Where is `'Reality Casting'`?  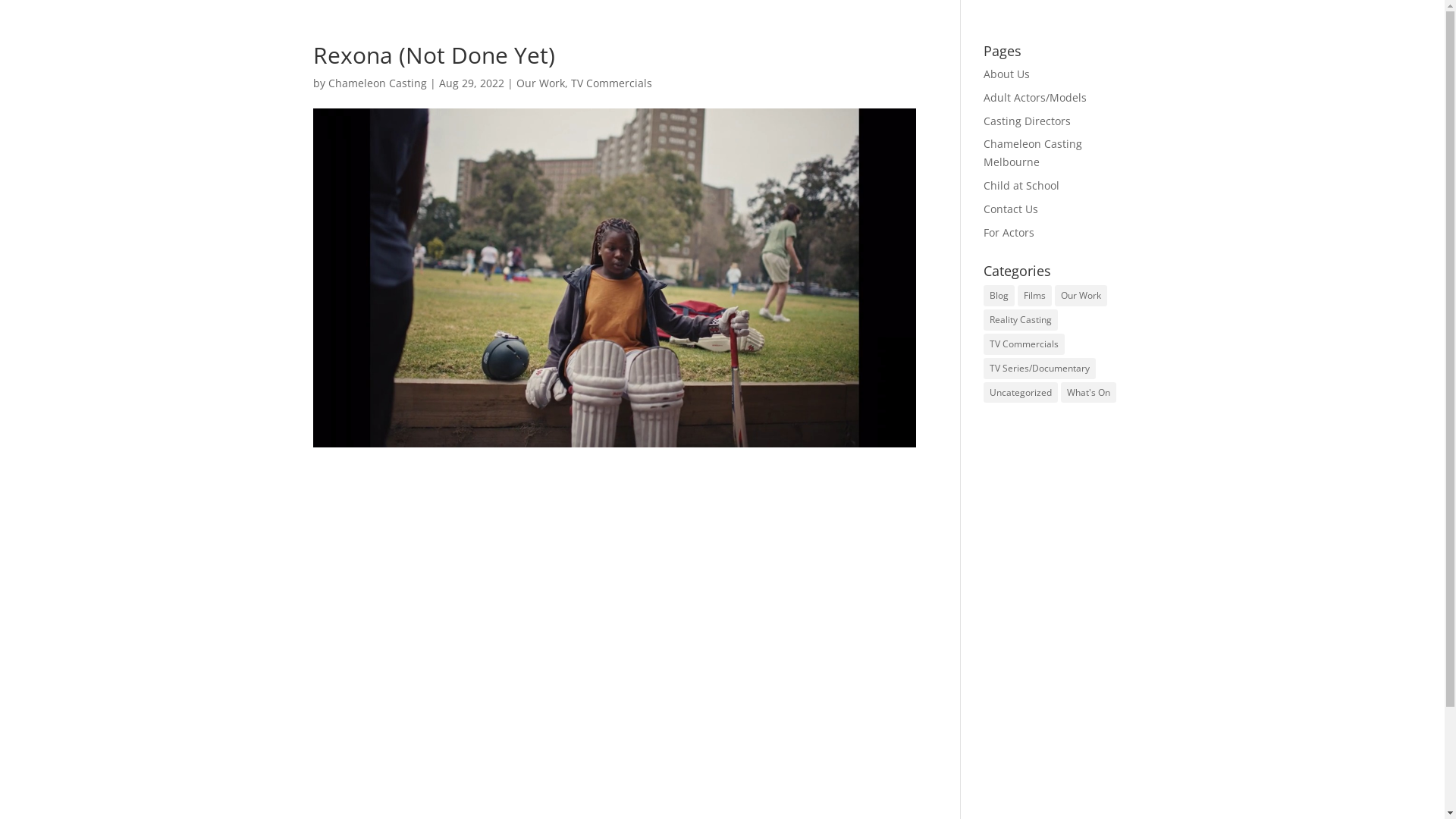
'Reality Casting' is located at coordinates (1020, 318).